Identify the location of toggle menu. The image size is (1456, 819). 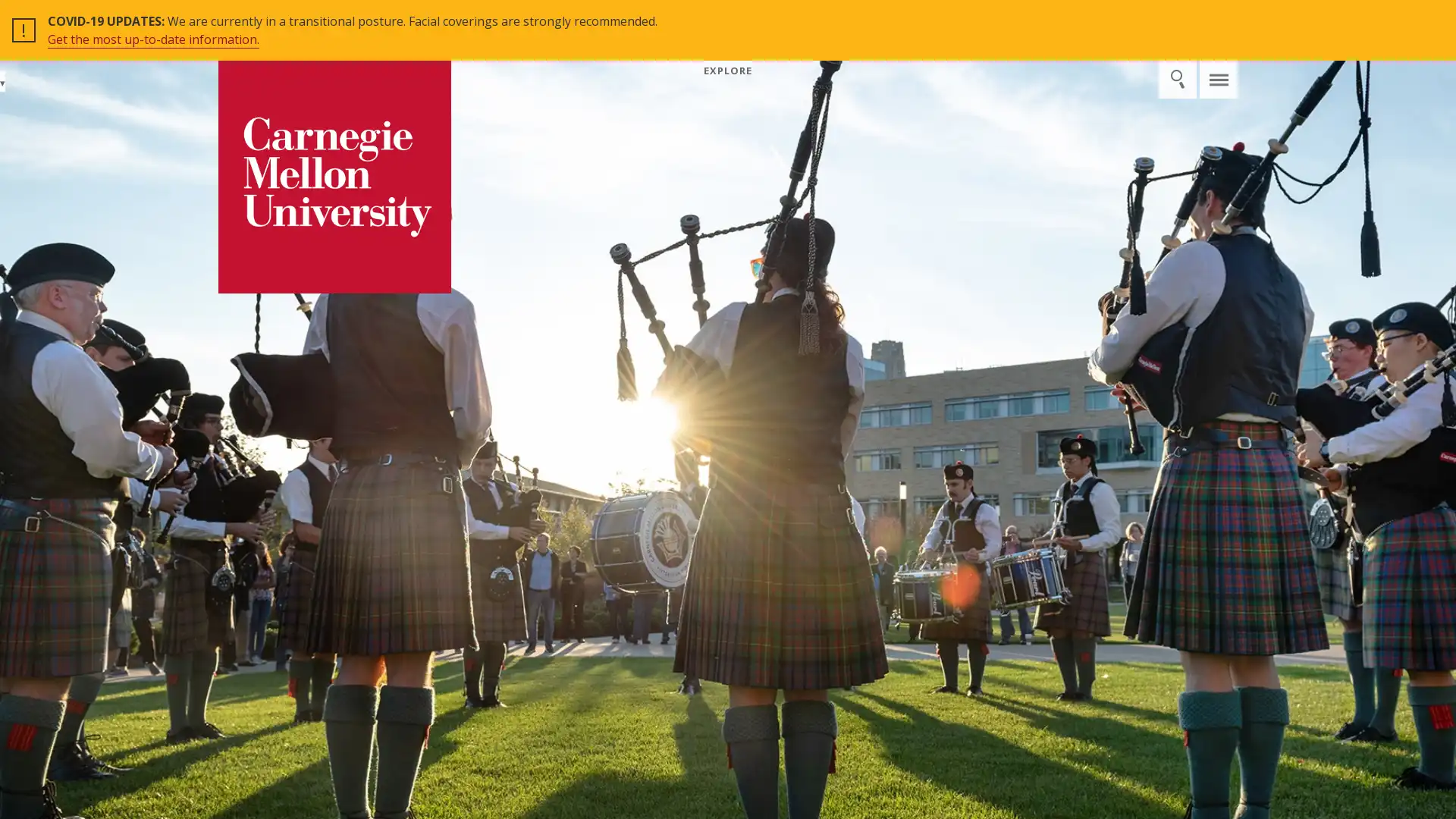
(1218, 20).